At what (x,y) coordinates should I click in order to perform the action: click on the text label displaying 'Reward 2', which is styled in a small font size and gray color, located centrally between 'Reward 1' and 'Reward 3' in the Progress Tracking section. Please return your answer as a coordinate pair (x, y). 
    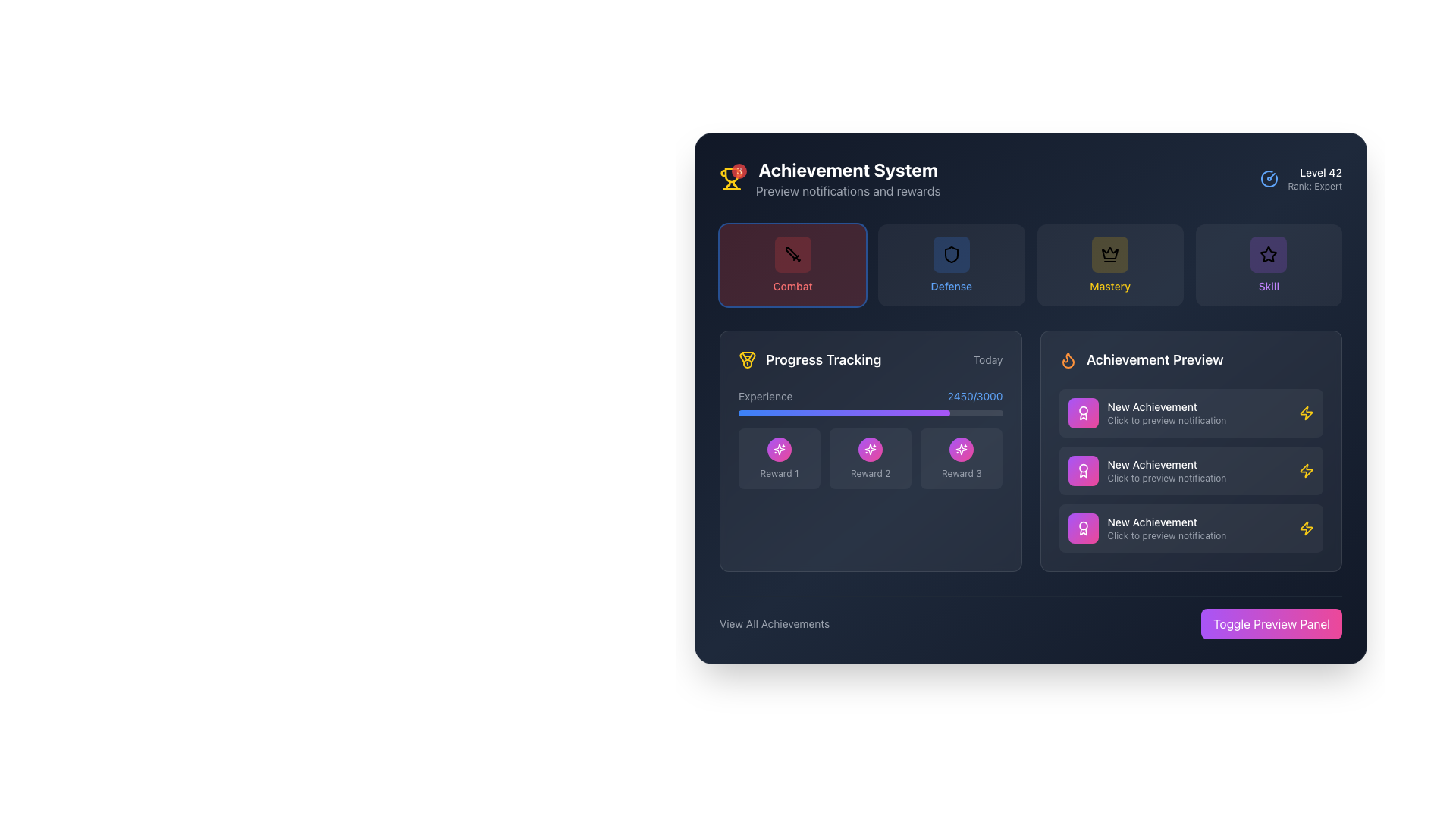
    Looking at the image, I should click on (871, 472).